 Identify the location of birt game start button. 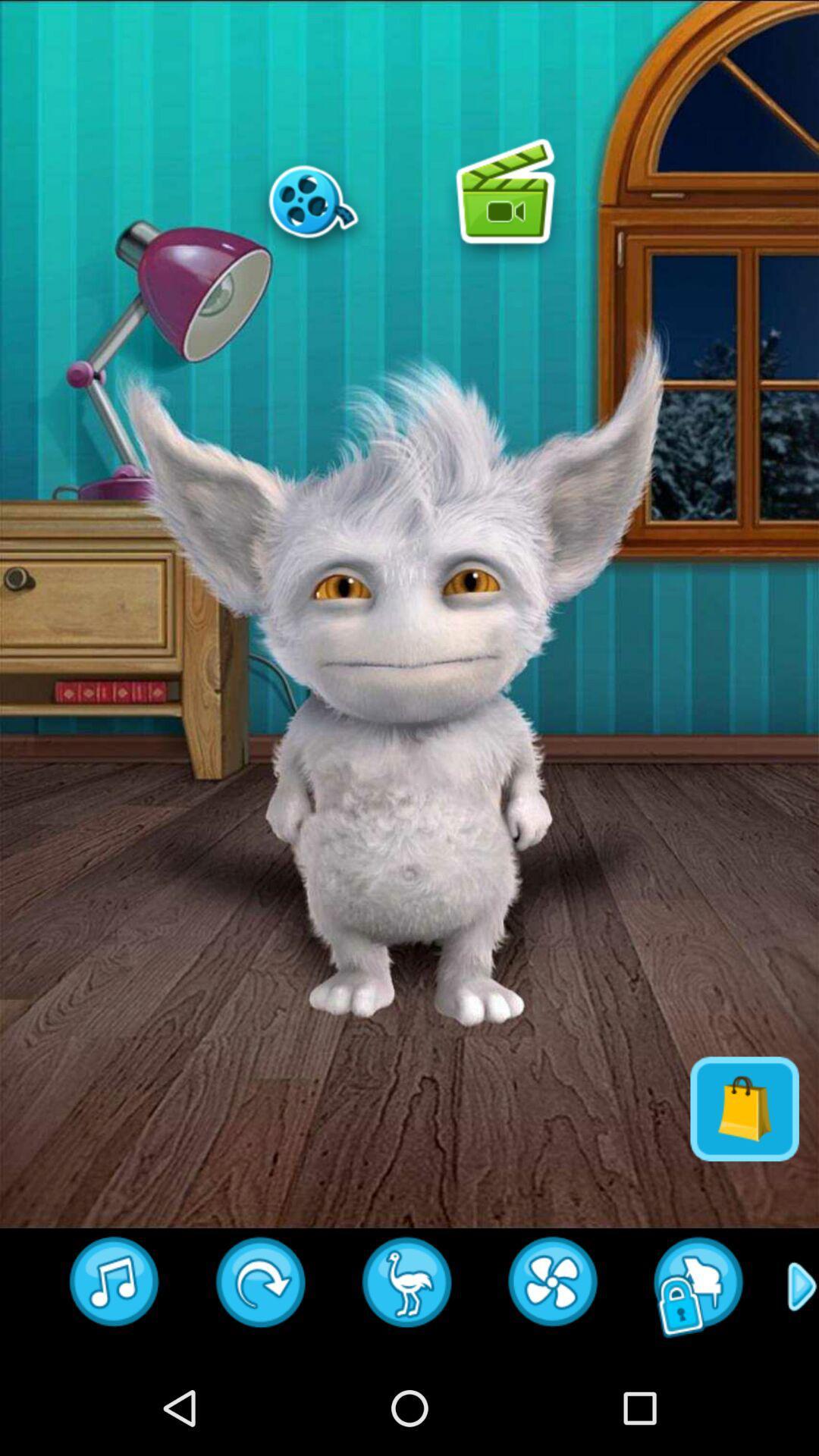
(406, 1286).